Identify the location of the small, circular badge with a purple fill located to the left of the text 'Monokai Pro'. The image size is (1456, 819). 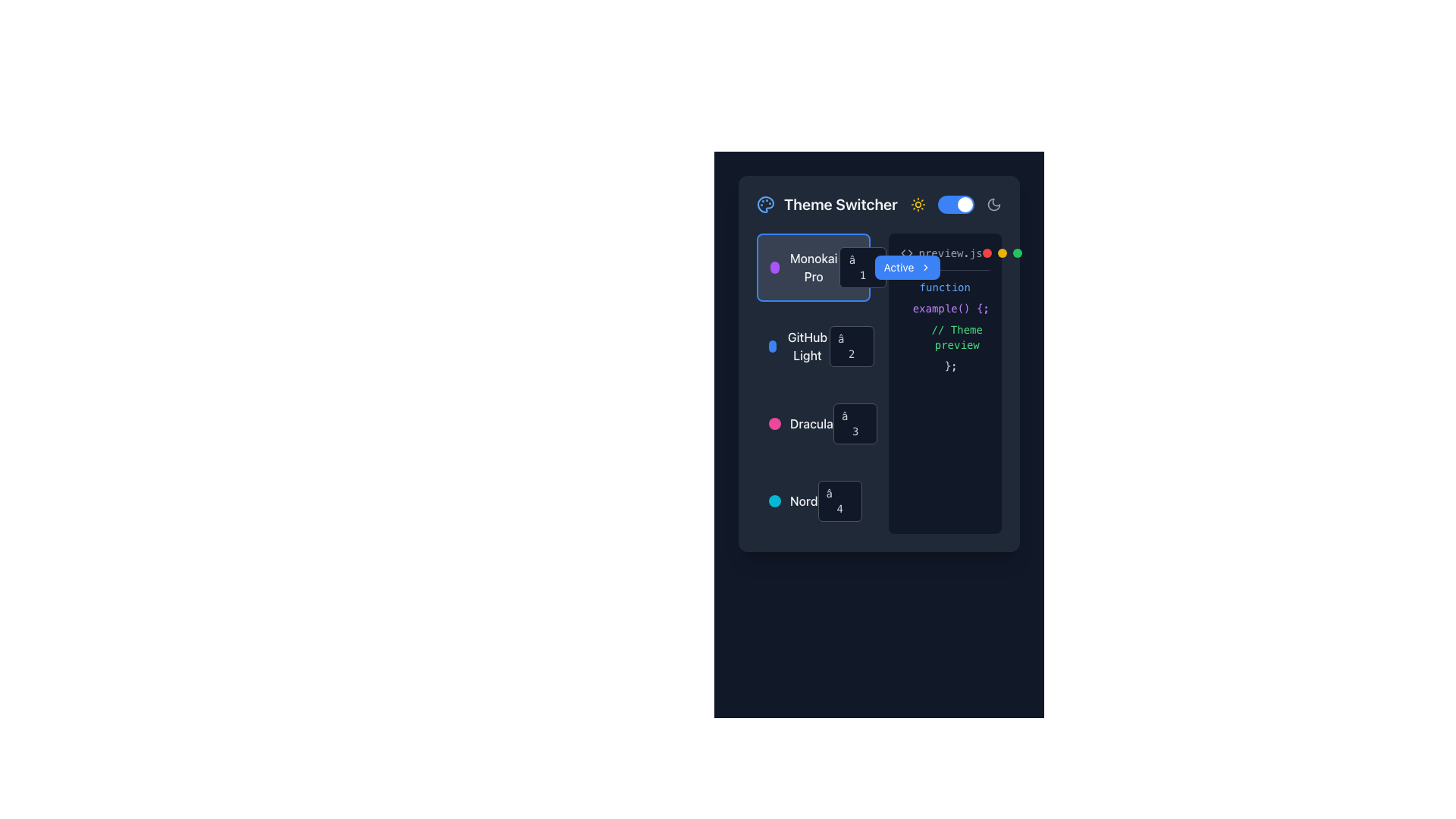
(774, 267).